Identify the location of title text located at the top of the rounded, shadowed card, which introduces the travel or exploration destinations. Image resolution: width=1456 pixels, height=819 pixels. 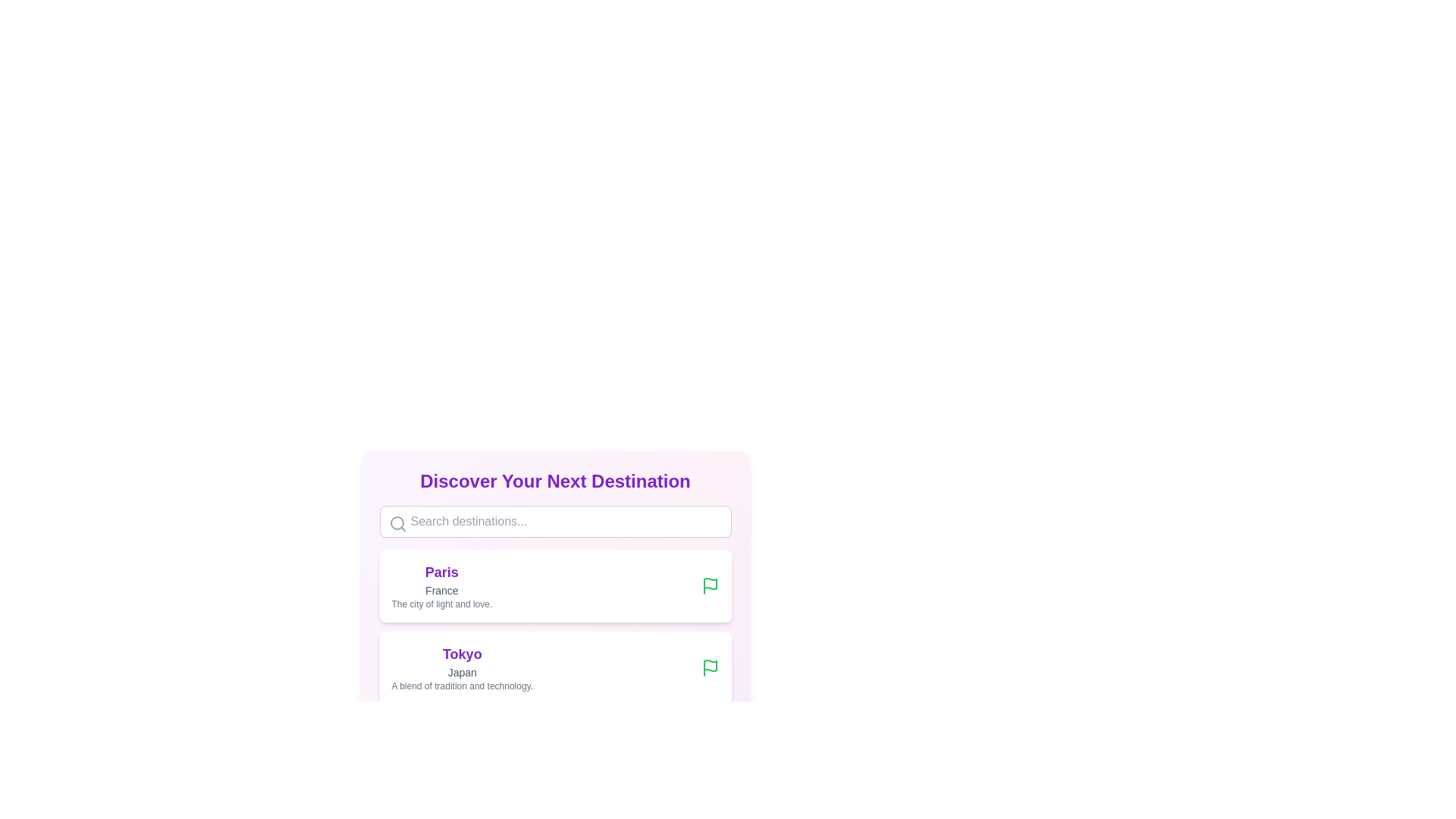
(554, 482).